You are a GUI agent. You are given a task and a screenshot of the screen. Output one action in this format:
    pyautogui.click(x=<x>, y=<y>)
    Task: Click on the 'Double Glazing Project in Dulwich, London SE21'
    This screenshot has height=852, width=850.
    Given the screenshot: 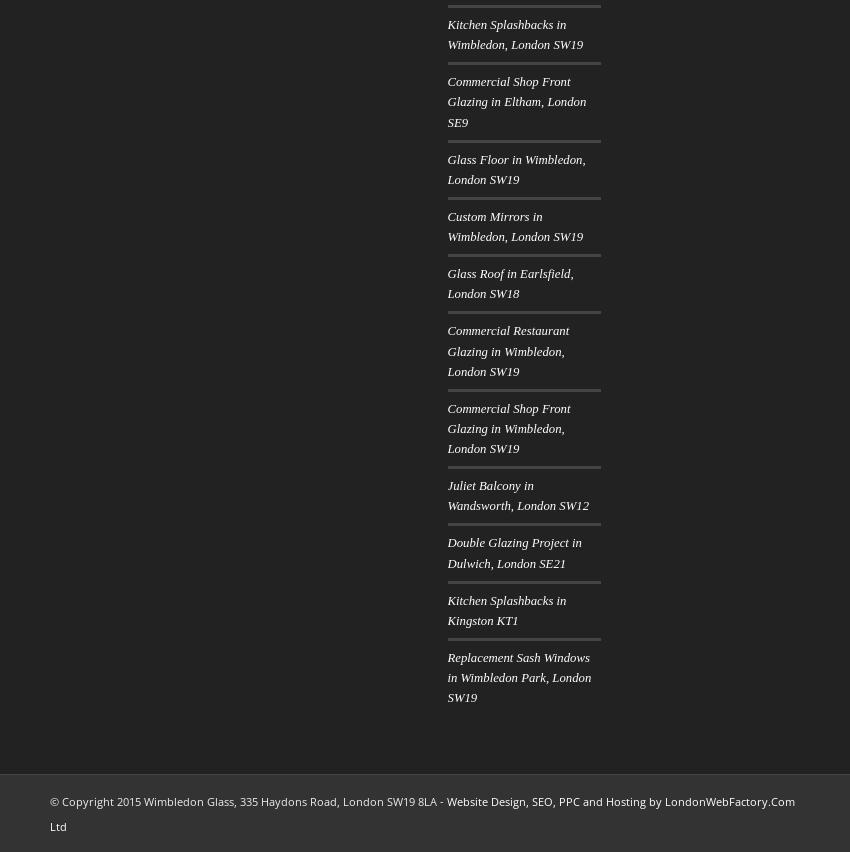 What is the action you would take?
    pyautogui.click(x=512, y=553)
    